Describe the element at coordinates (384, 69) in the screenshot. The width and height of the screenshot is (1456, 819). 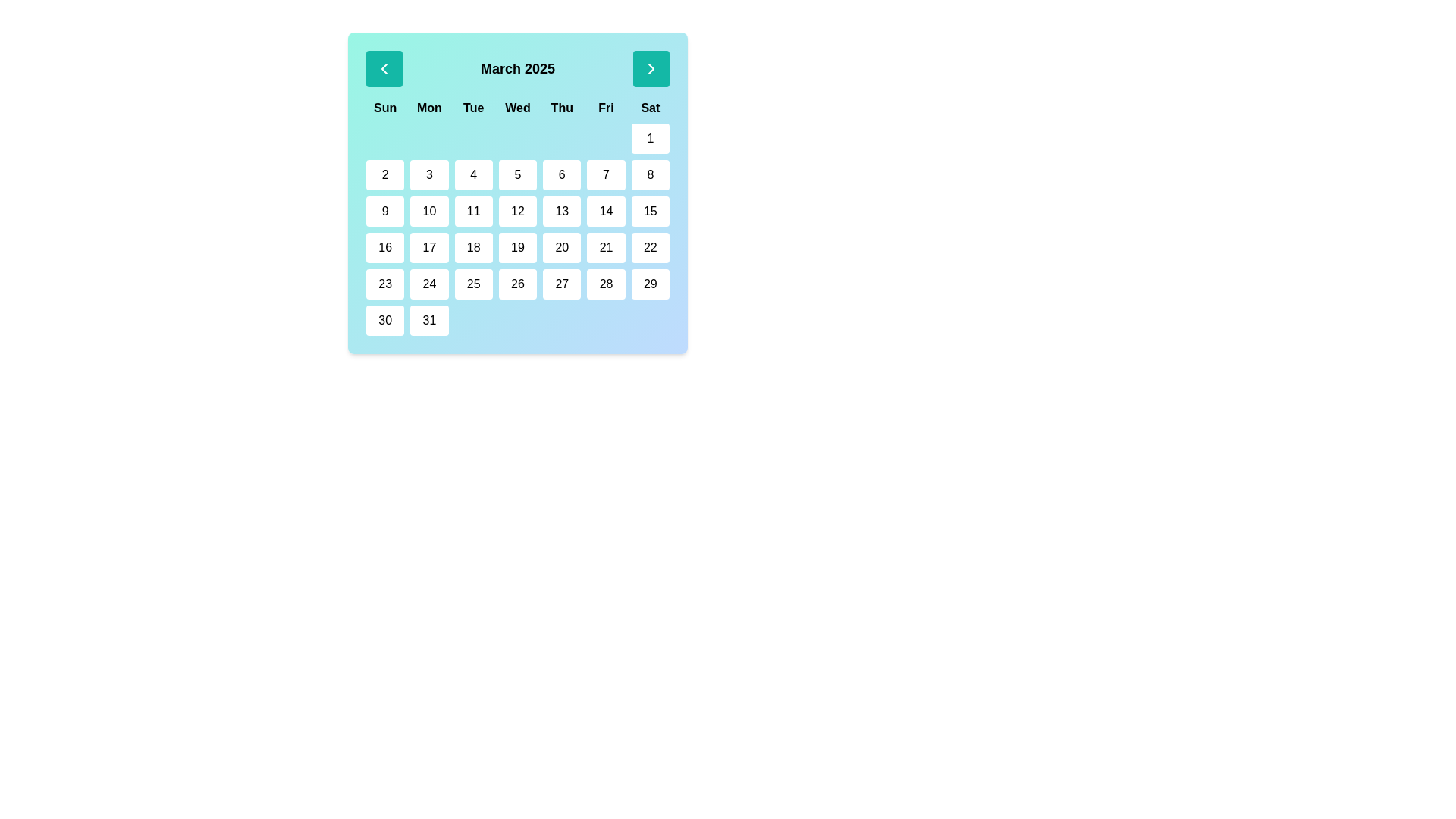
I see `the rounded teal-colored button with a leftward chevron icon located on the left side of the calendar header` at that location.